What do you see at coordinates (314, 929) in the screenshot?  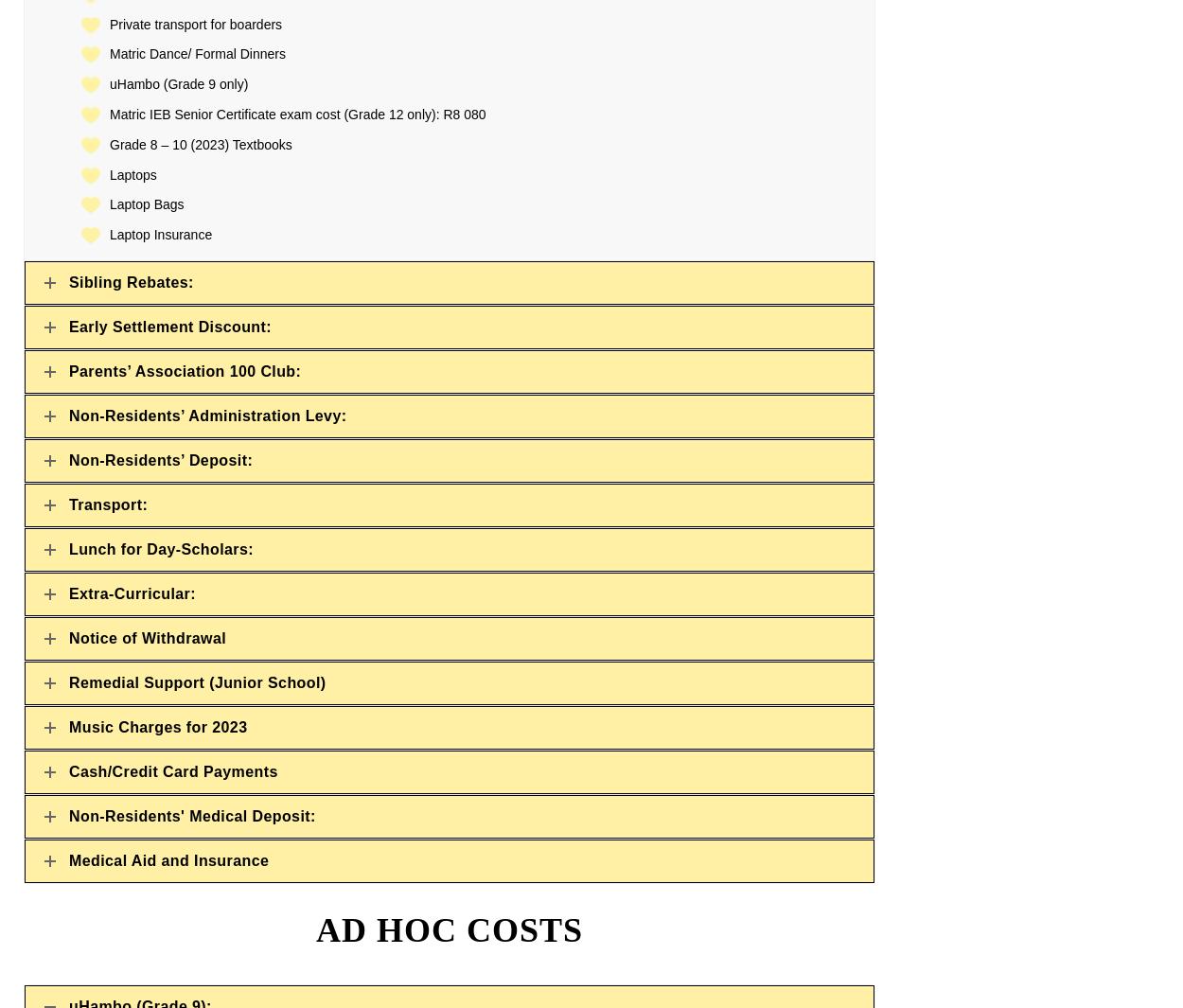 I see `'AD HOC COSTS'` at bounding box center [314, 929].